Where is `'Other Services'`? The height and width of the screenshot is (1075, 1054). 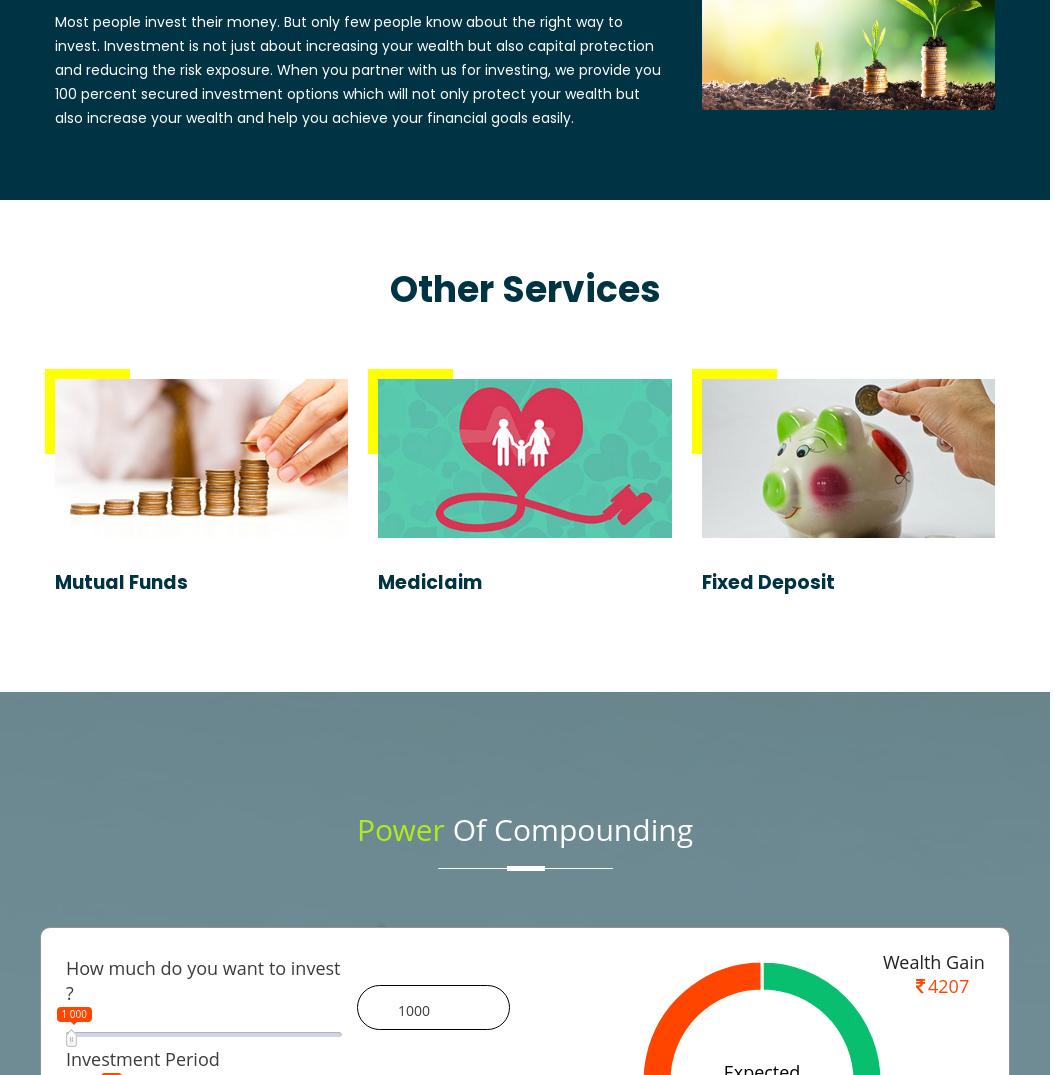
'Other Services' is located at coordinates (523, 288).